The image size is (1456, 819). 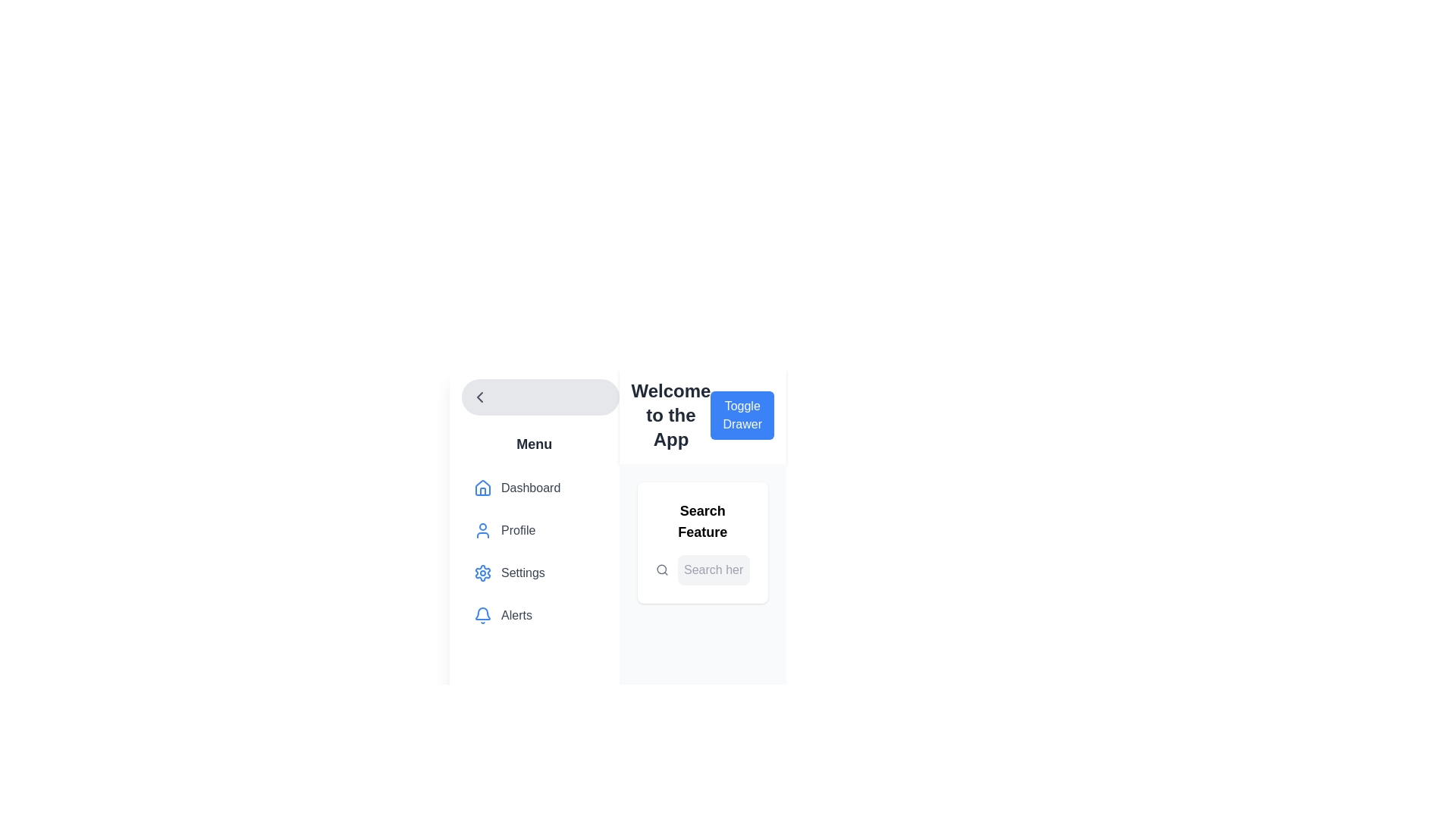 What do you see at coordinates (522, 573) in the screenshot?
I see `the 'Settings' text label in grey color, which is part of a vertical menu on the left side` at bounding box center [522, 573].